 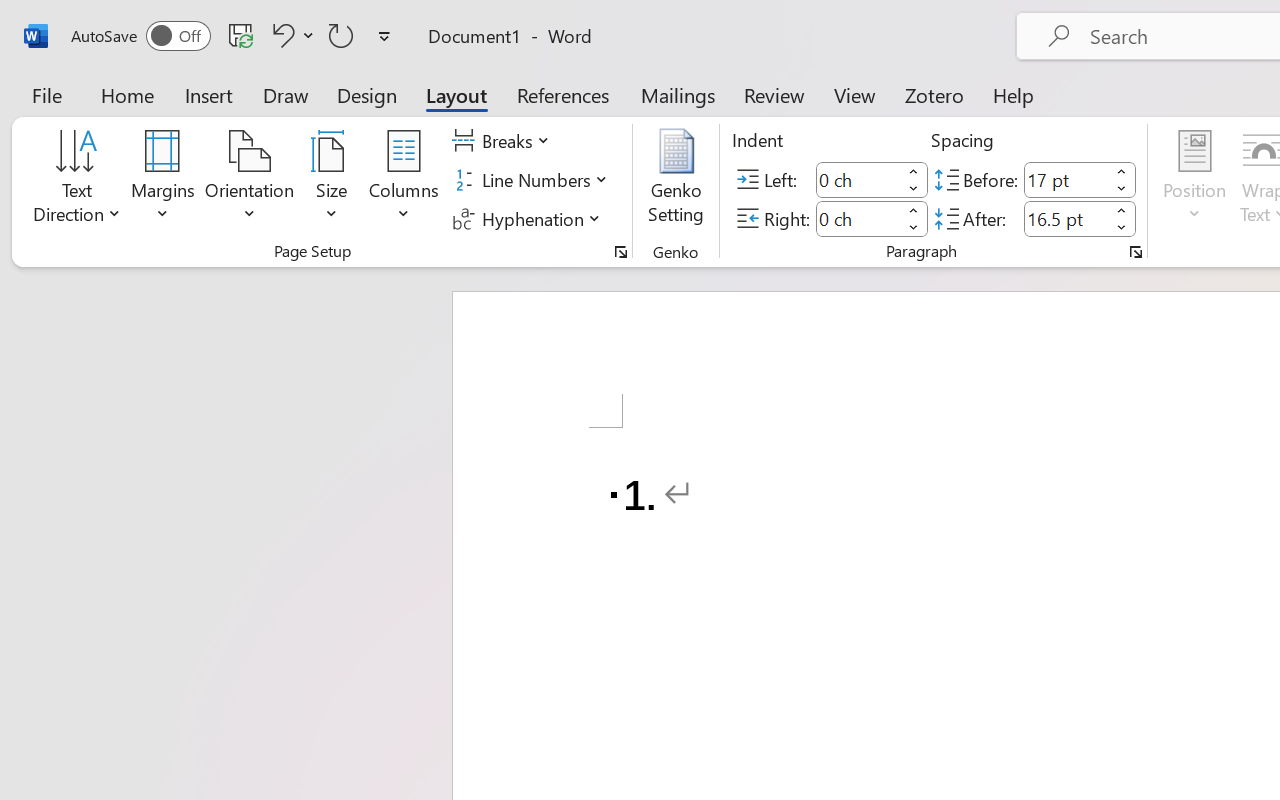 I want to click on 'Undo Number Default', so click(x=279, y=34).